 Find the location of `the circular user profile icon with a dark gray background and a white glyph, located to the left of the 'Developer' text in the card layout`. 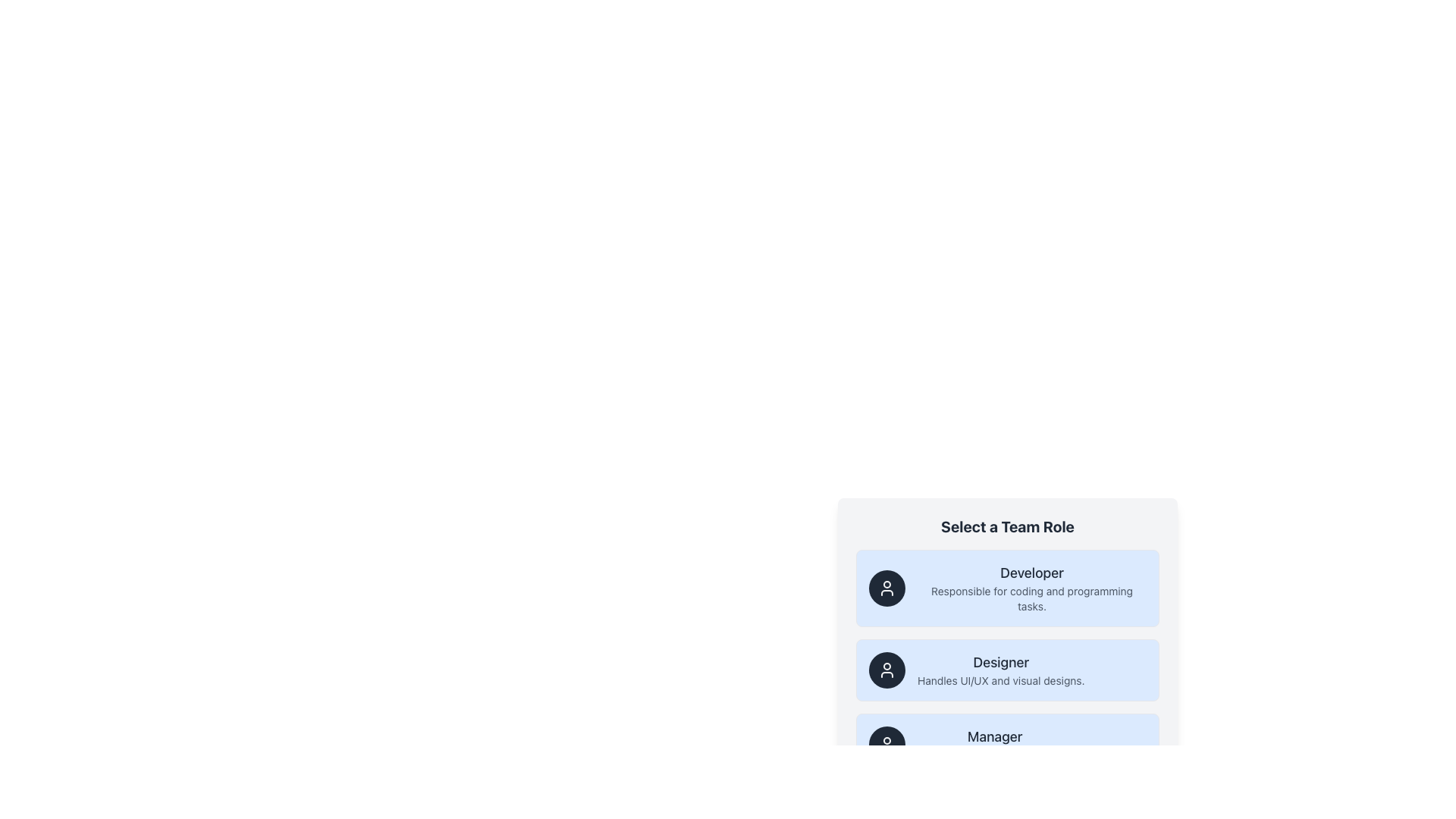

the circular user profile icon with a dark gray background and a white glyph, located to the left of the 'Developer' text in the card layout is located at coordinates (887, 587).